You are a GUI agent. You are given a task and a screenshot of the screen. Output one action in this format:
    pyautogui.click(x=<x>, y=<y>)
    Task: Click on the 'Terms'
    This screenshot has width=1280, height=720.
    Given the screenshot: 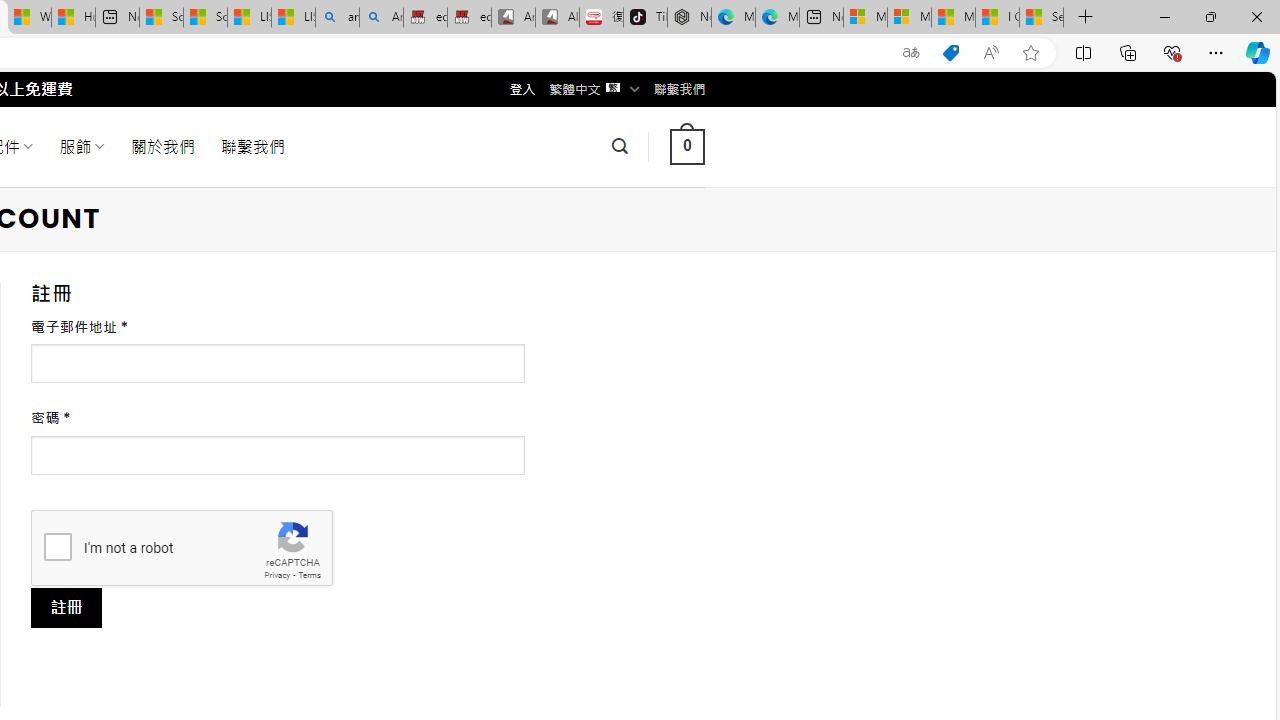 What is the action you would take?
    pyautogui.click(x=308, y=575)
    